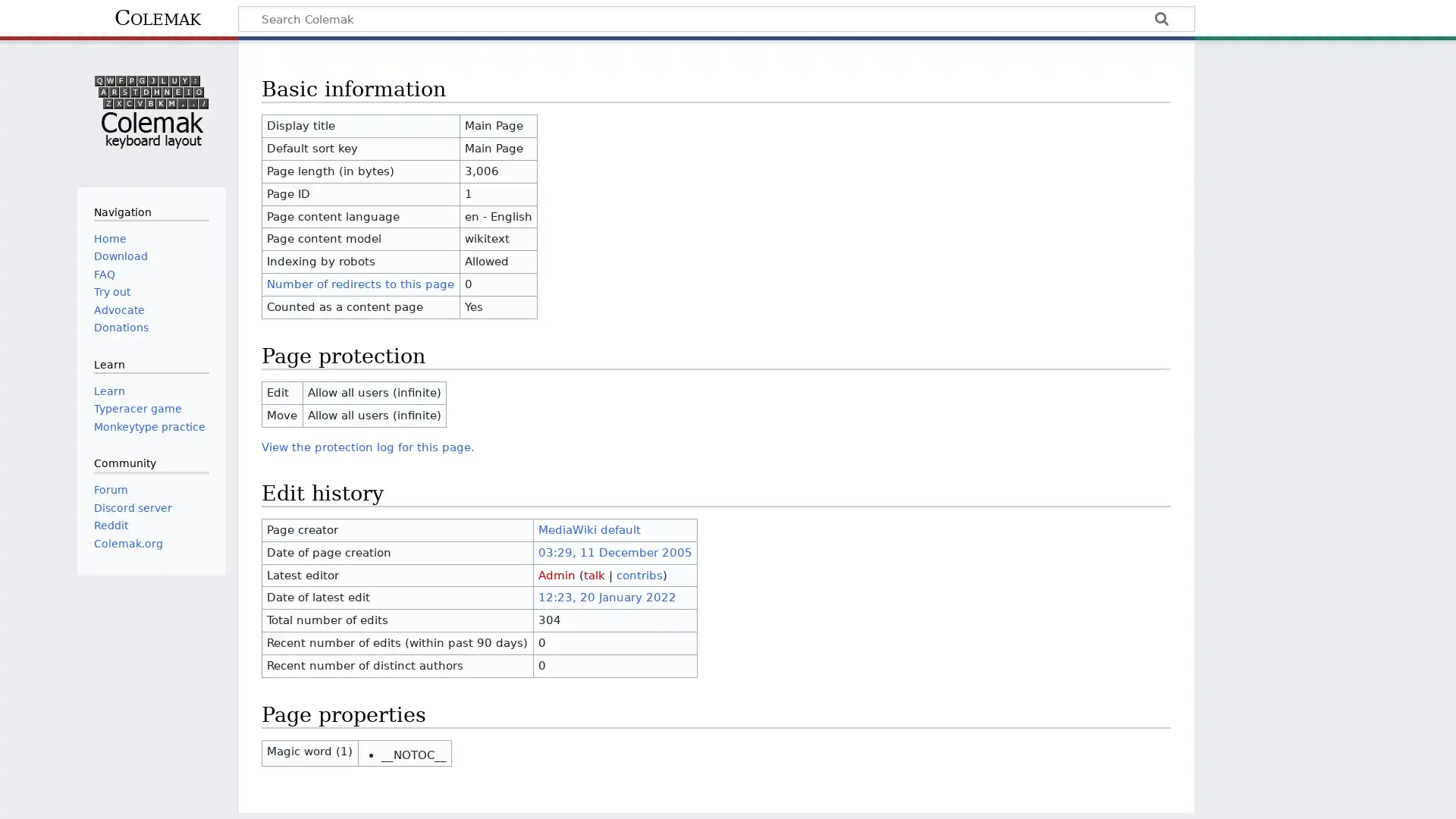 This screenshot has height=819, width=1456. I want to click on Search, so click(1160, 20).